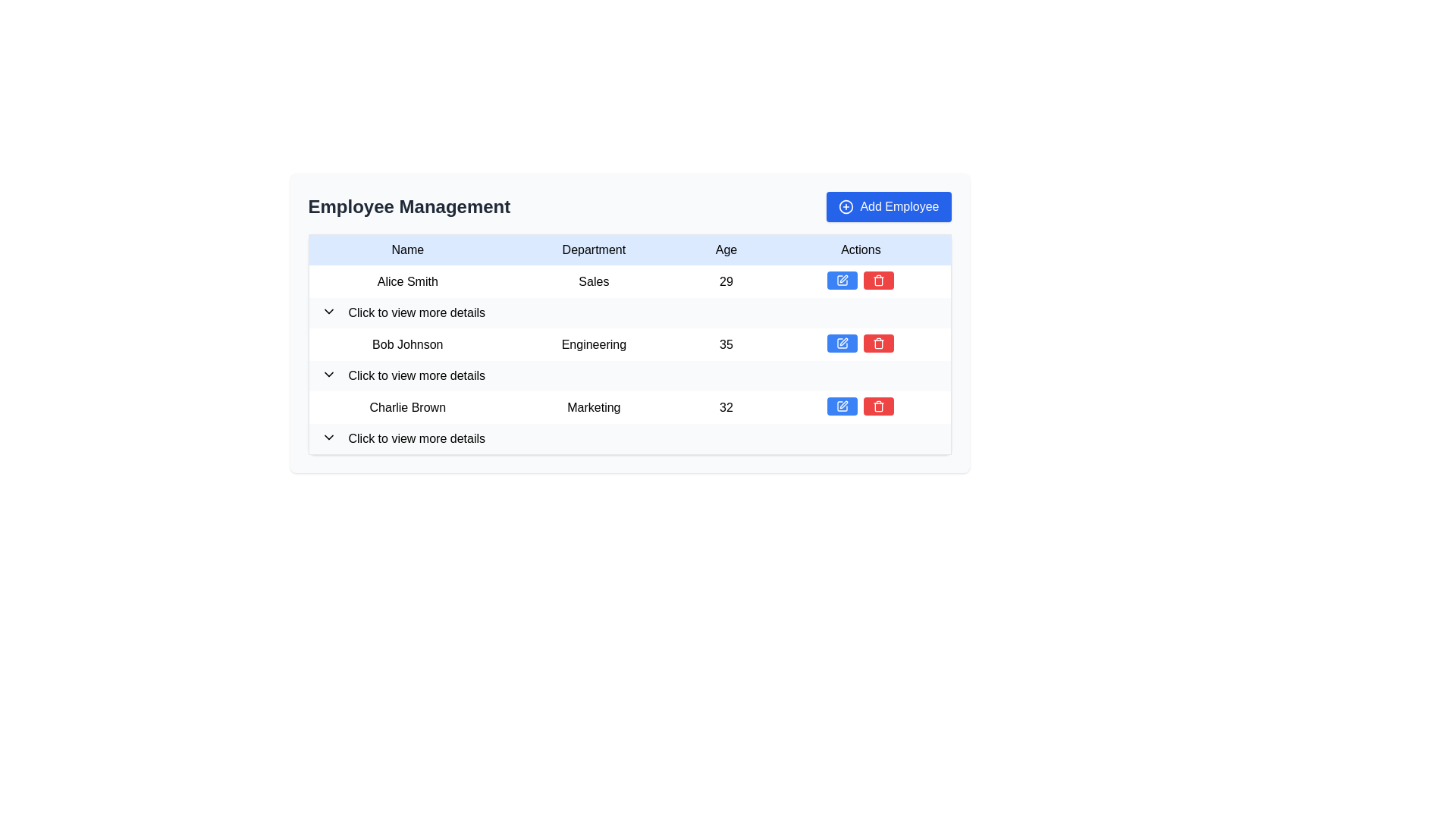 The height and width of the screenshot is (819, 1456). Describe the element at coordinates (407, 344) in the screenshot. I see `text label displaying 'Bob Johnson' located in the second row of the table under the 'Name' column` at that location.